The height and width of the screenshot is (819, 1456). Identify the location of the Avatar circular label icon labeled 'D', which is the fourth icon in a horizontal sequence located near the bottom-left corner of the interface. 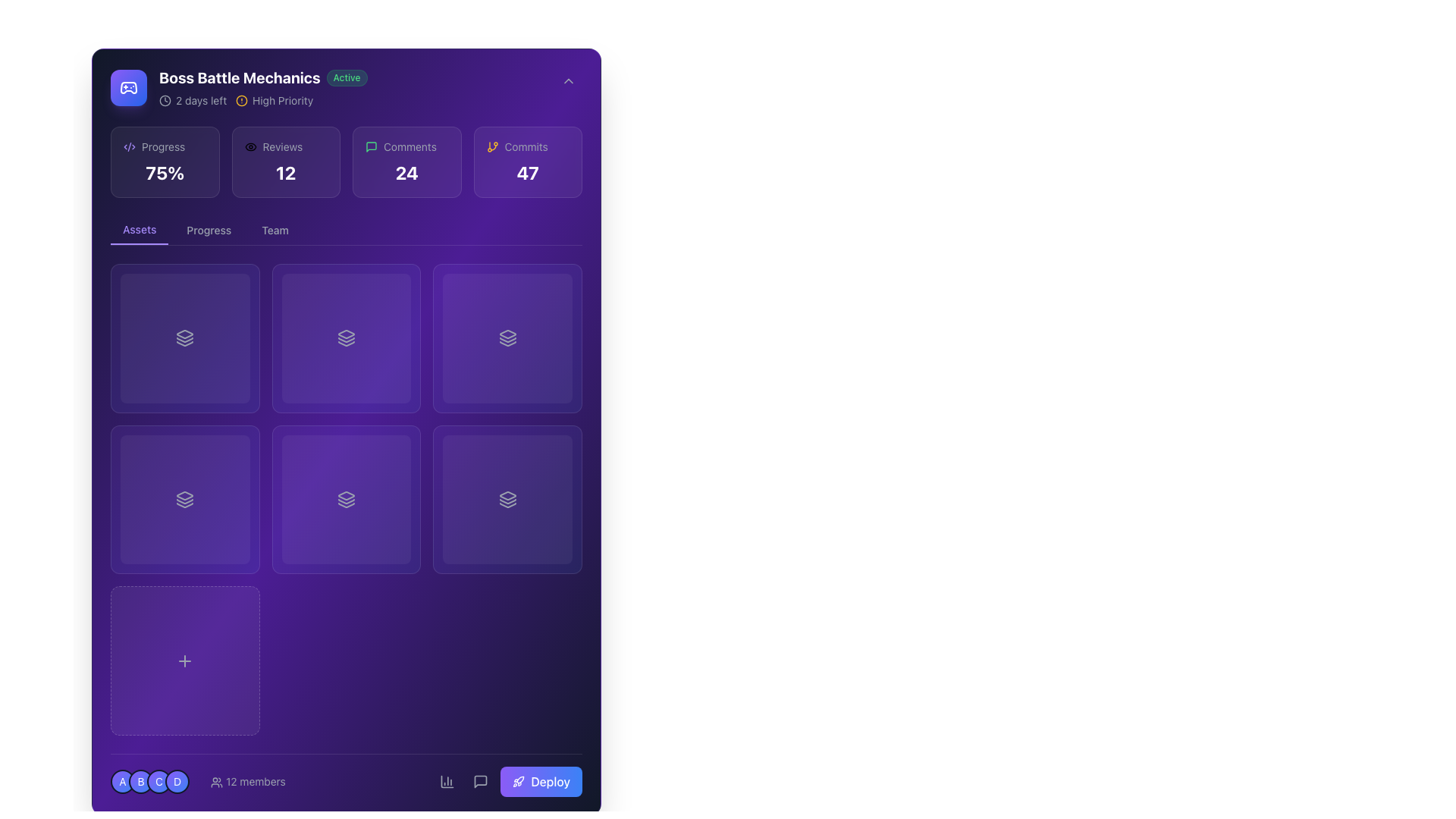
(177, 781).